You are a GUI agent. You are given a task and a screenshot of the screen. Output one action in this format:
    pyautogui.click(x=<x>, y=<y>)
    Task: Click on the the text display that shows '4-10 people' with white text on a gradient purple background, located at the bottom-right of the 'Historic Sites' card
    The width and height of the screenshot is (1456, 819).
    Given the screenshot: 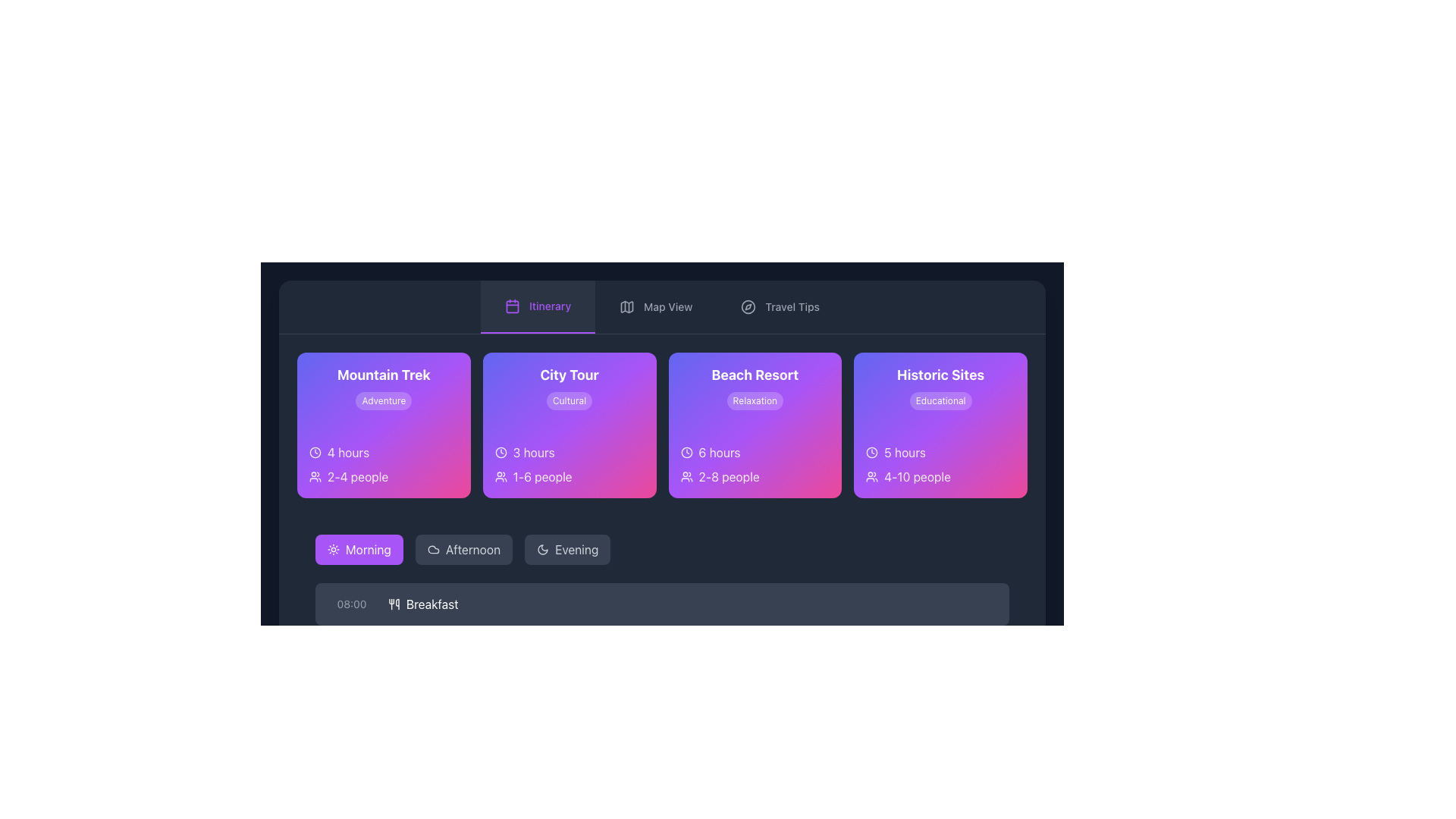 What is the action you would take?
    pyautogui.click(x=917, y=475)
    